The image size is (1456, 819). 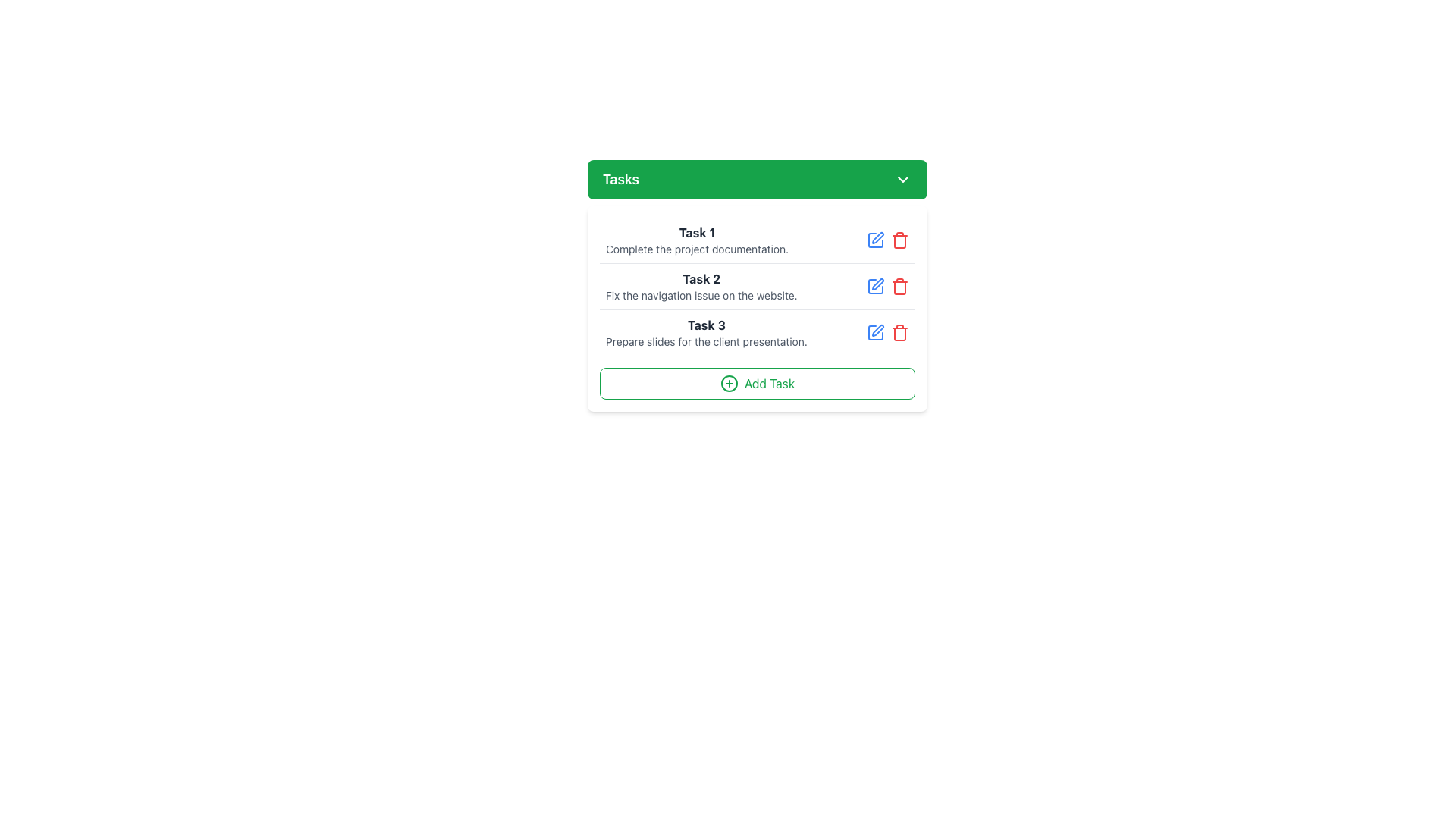 What do you see at coordinates (620, 178) in the screenshot?
I see `text content of the Text Label located in the green header bar at the top of the card layout, which is the leftmost item next to an arrow icon` at bounding box center [620, 178].